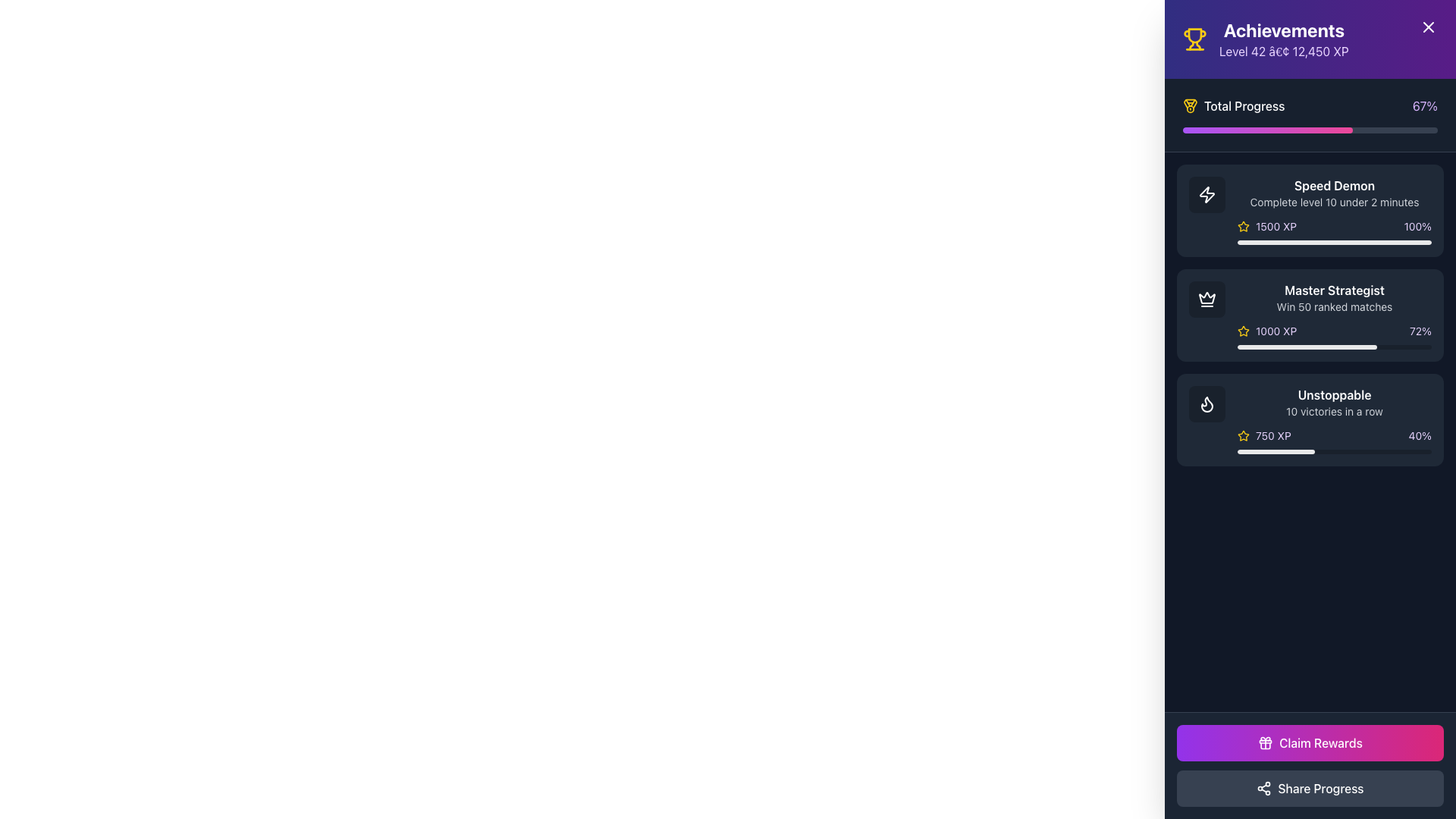  What do you see at coordinates (1335, 242) in the screenshot?
I see `the Progress Bar indicating the 'Speed Demon' achievement, which is located below the achievement section and spans horizontally across its width` at bounding box center [1335, 242].